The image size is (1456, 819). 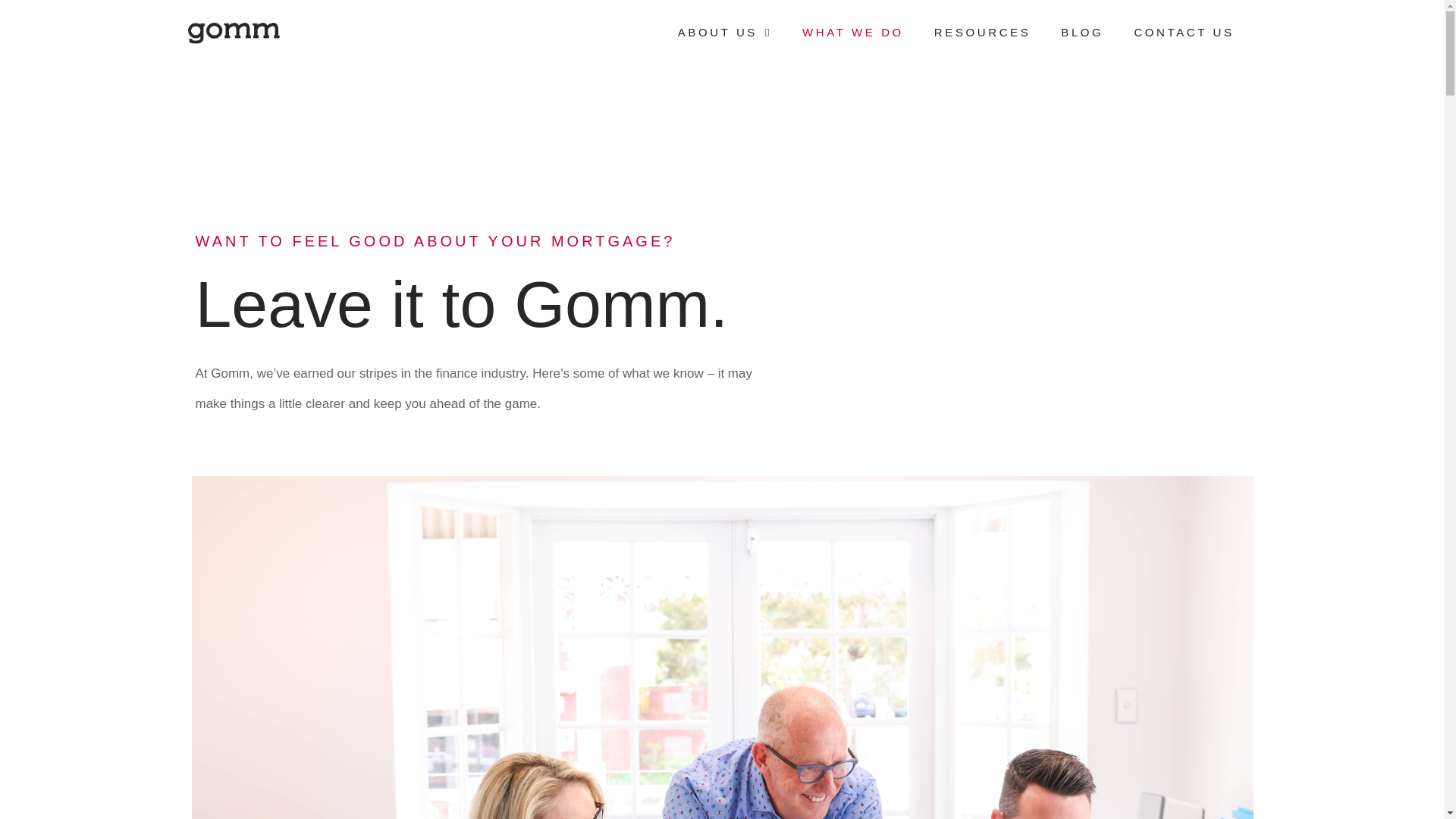 I want to click on 'CONTACT US', so click(x=1182, y=32).